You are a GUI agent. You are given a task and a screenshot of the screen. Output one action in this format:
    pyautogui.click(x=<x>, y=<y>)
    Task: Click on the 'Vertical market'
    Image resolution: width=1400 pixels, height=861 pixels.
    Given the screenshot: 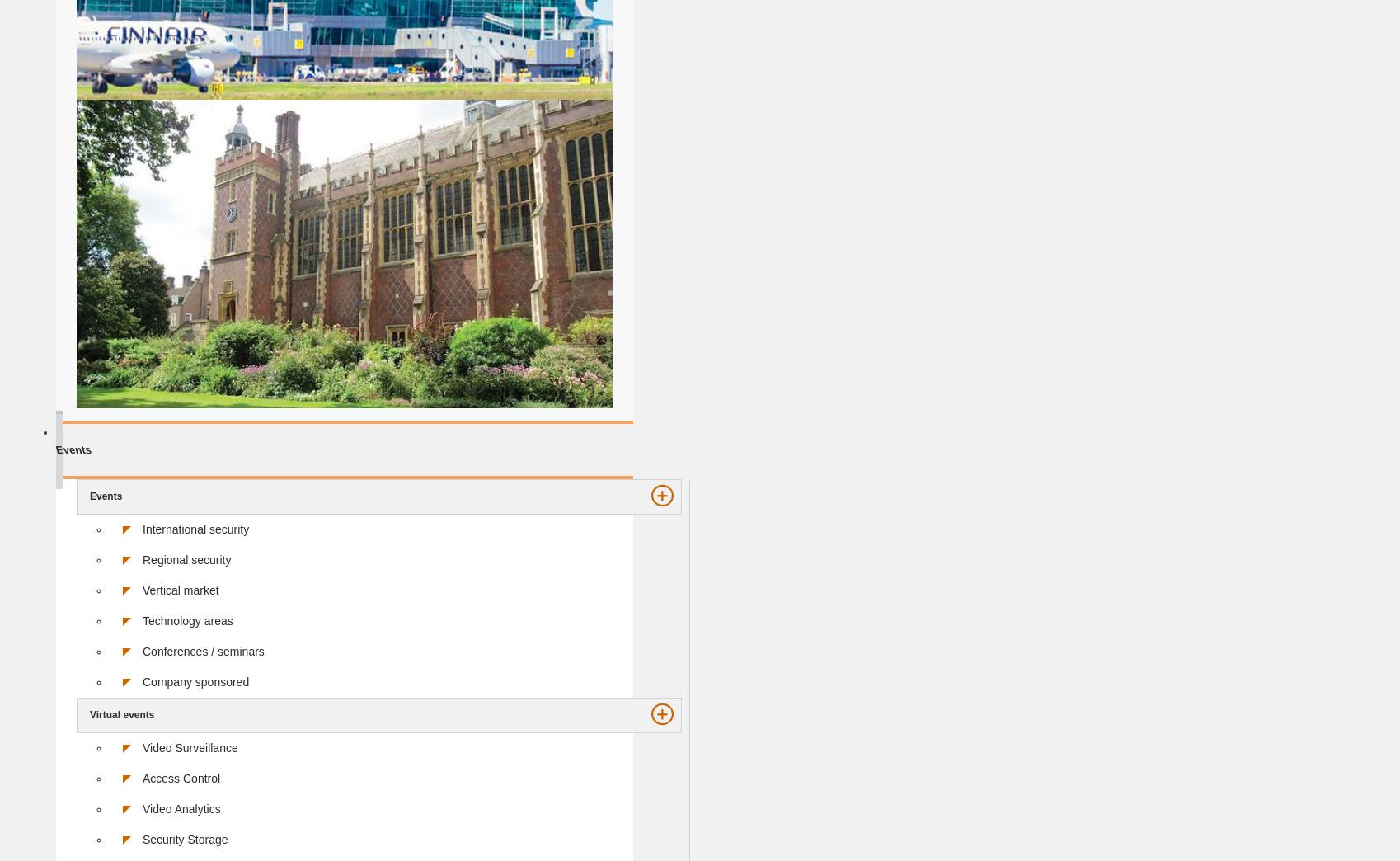 What is the action you would take?
    pyautogui.click(x=181, y=589)
    